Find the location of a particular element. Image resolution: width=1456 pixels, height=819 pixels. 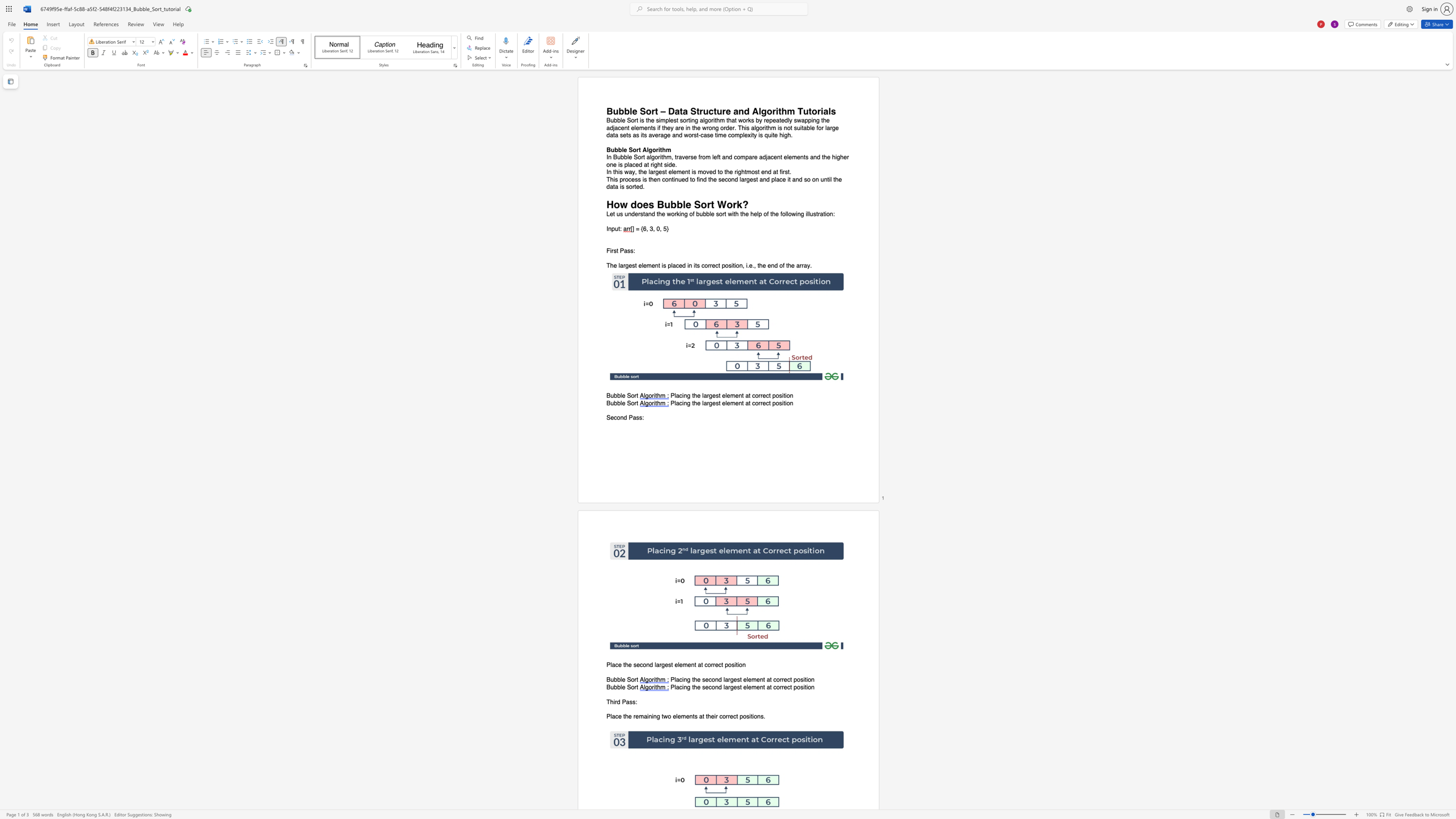

the 4th character "s" in the text is located at coordinates (756, 172).